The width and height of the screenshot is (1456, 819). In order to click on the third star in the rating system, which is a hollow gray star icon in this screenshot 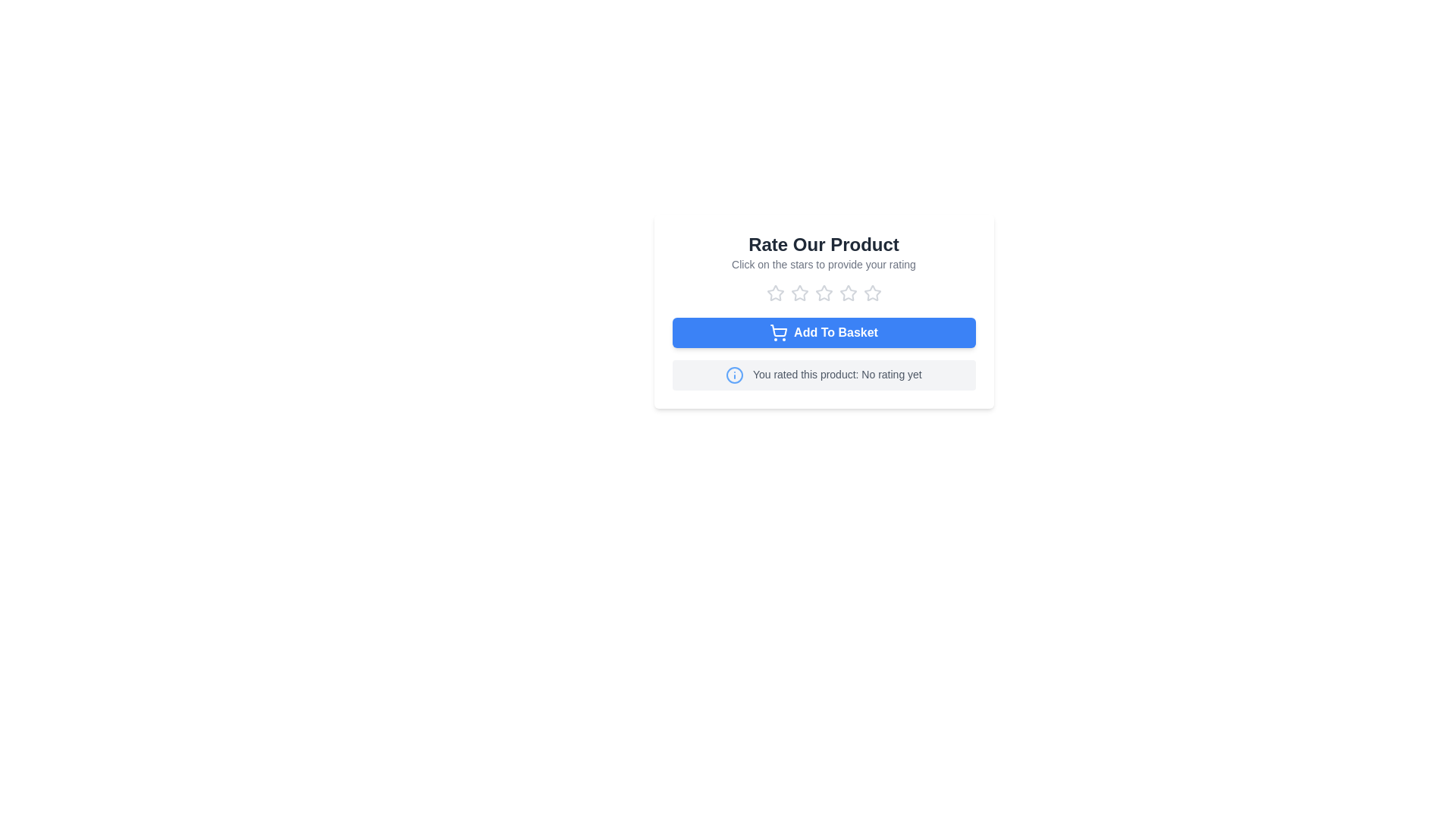, I will do `click(847, 293)`.